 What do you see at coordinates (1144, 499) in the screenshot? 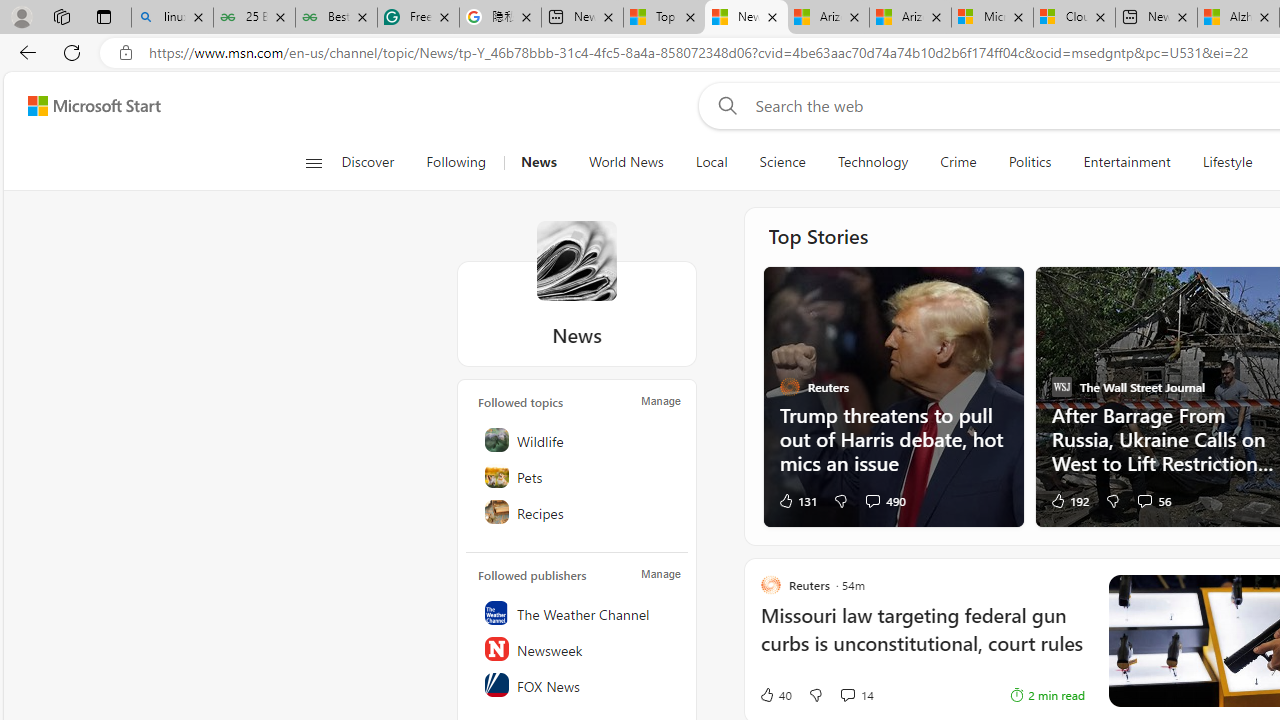
I see `'View comments 56 Comment'` at bounding box center [1144, 499].